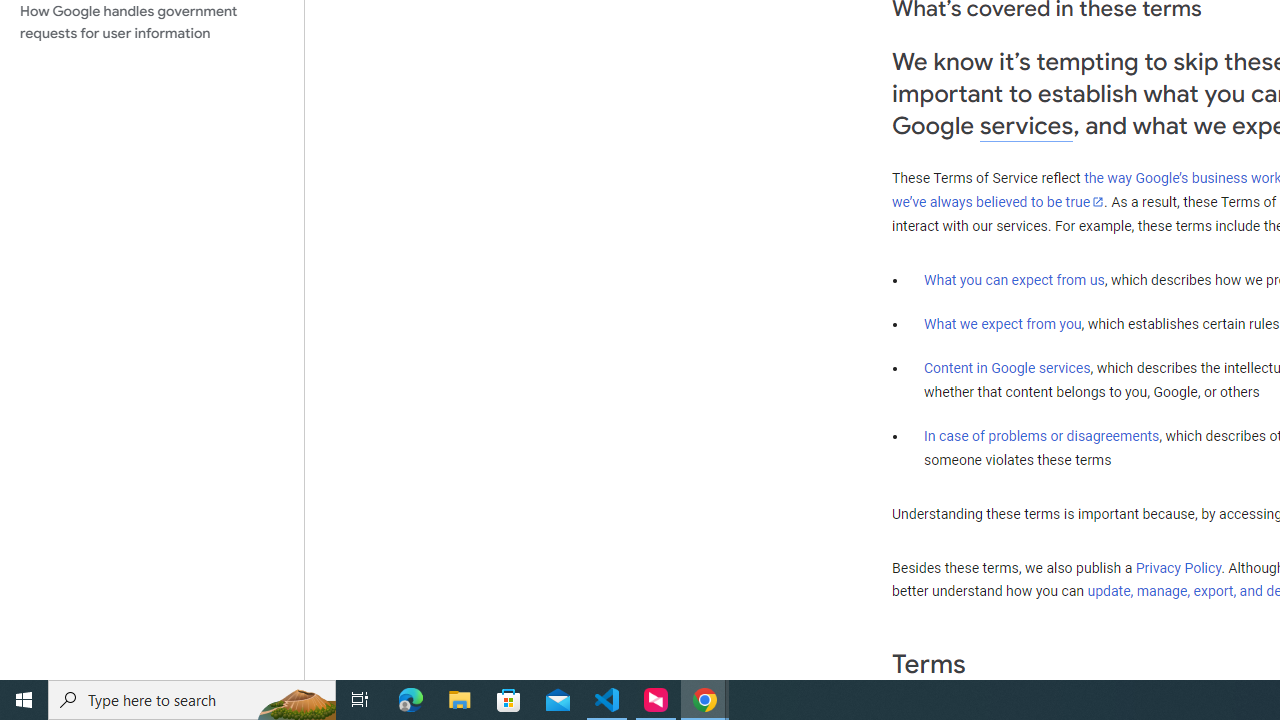 The image size is (1280, 720). Describe the element at coordinates (1026, 125) in the screenshot. I see `'services'` at that location.